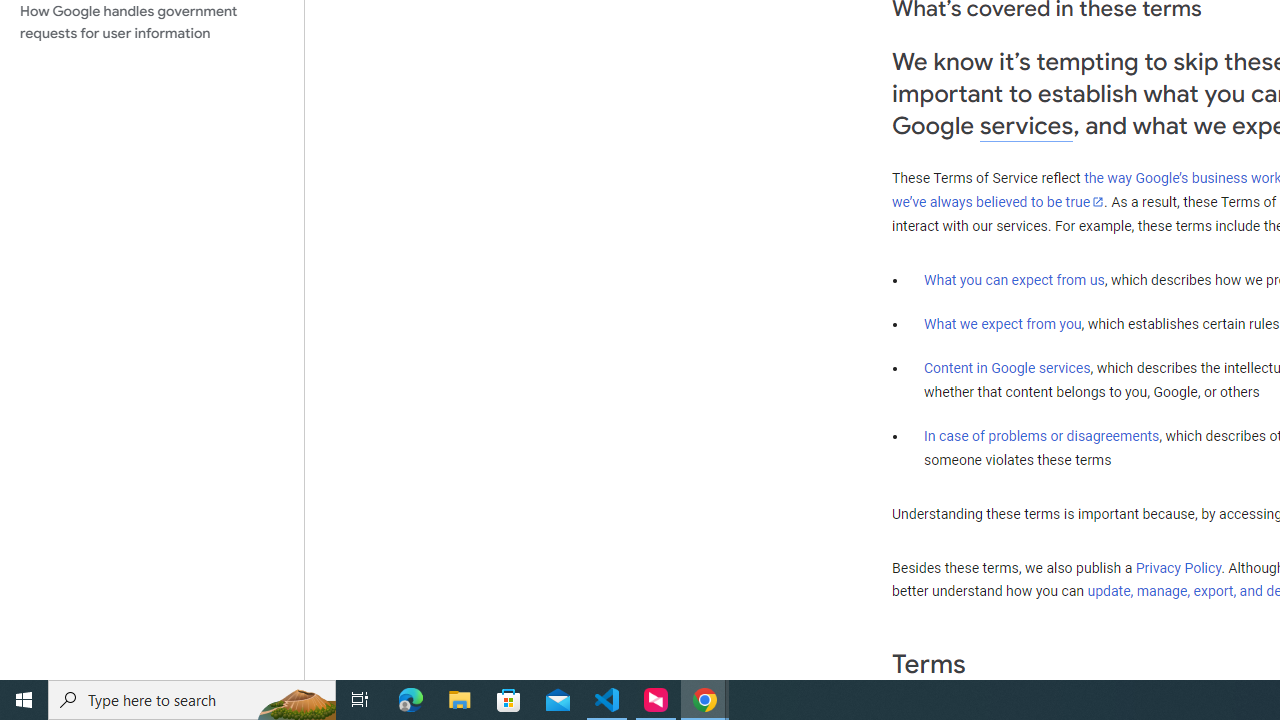 The image size is (1280, 720). Describe the element at coordinates (1026, 125) in the screenshot. I see `'services'` at that location.